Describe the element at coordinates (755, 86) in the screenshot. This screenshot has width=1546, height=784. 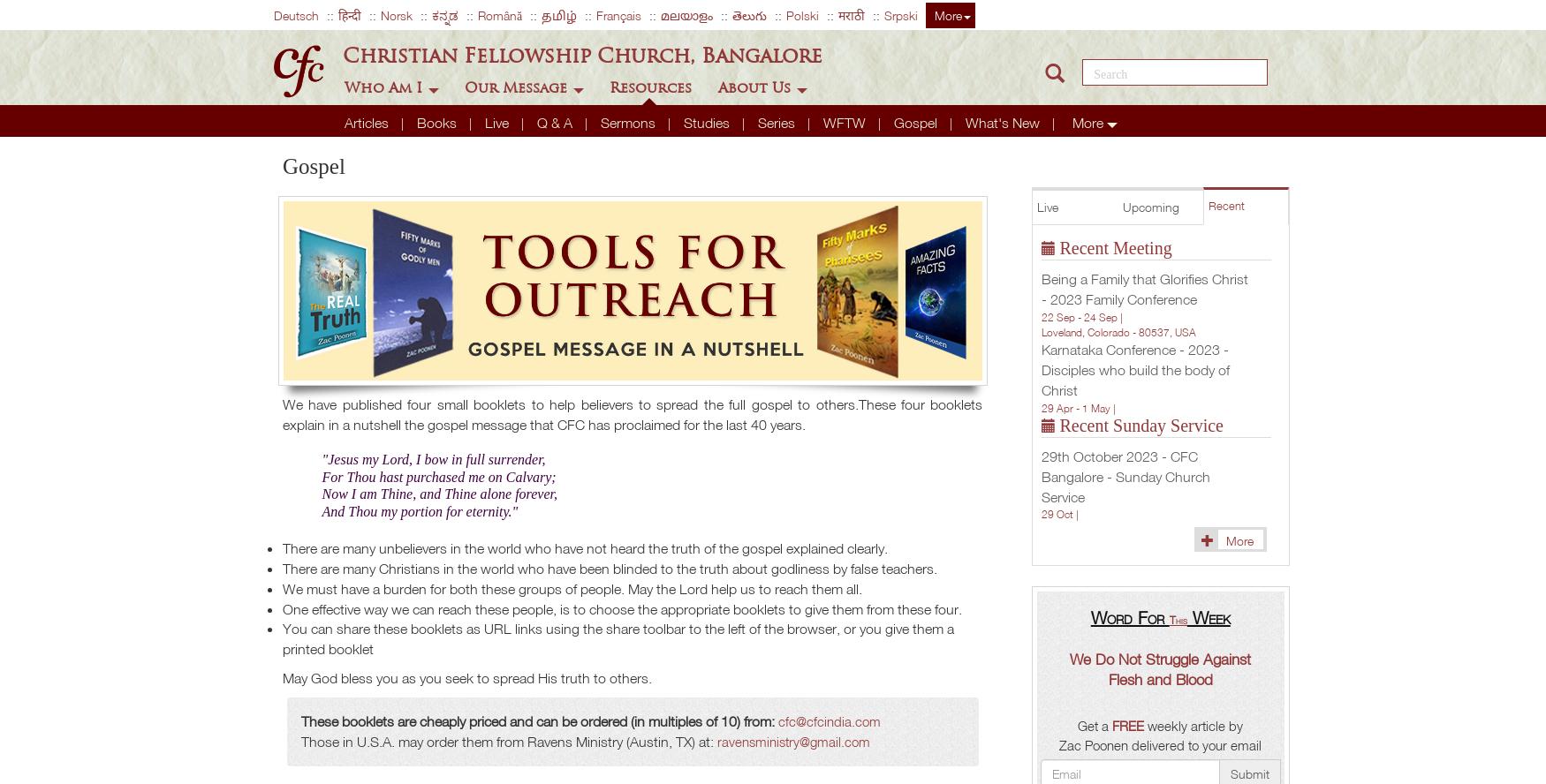
I see `'About Us'` at that location.